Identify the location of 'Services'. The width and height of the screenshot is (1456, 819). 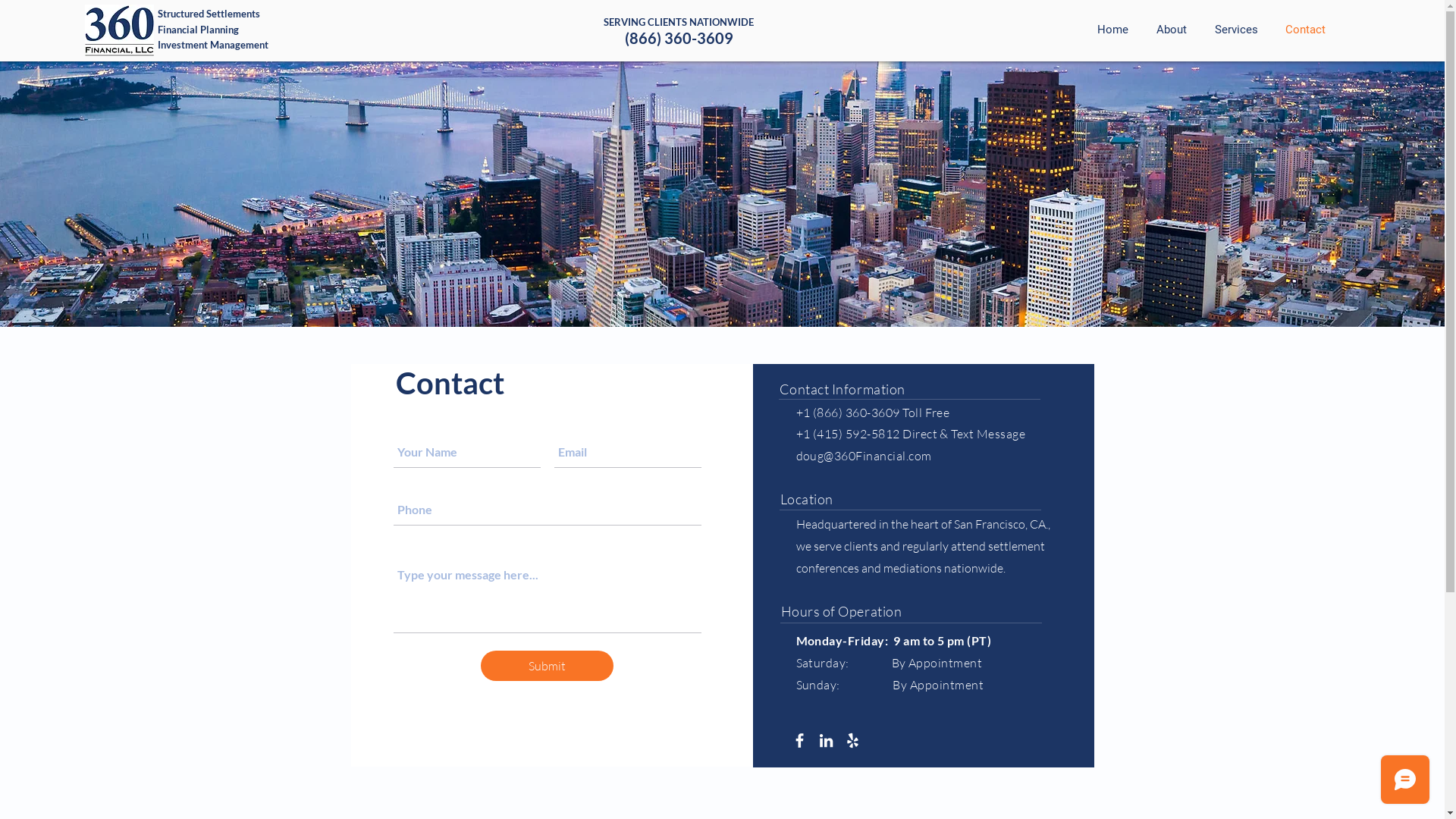
(1234, 29).